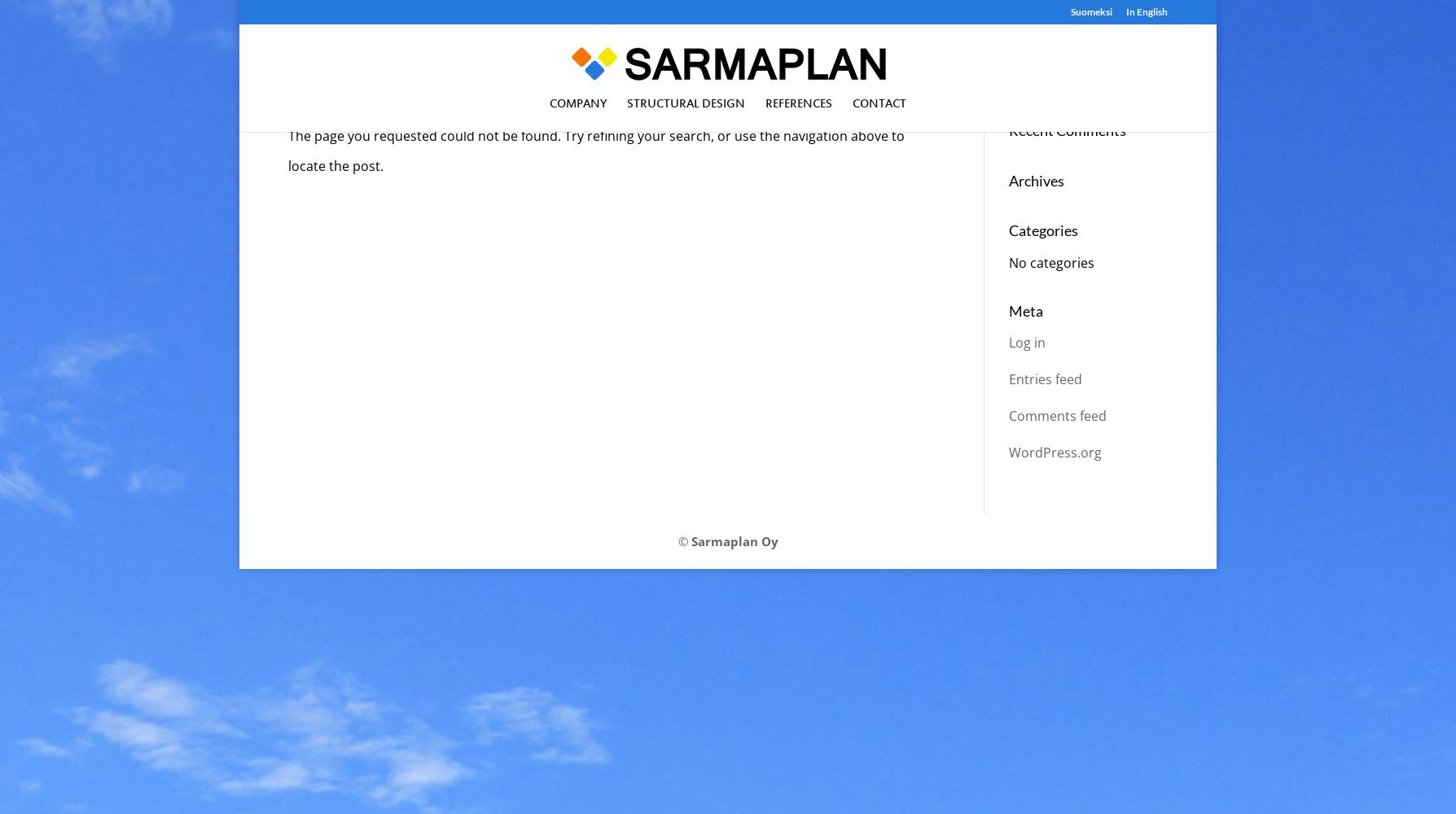 The height and width of the screenshot is (814, 1456). I want to click on 'Company', so click(577, 104).